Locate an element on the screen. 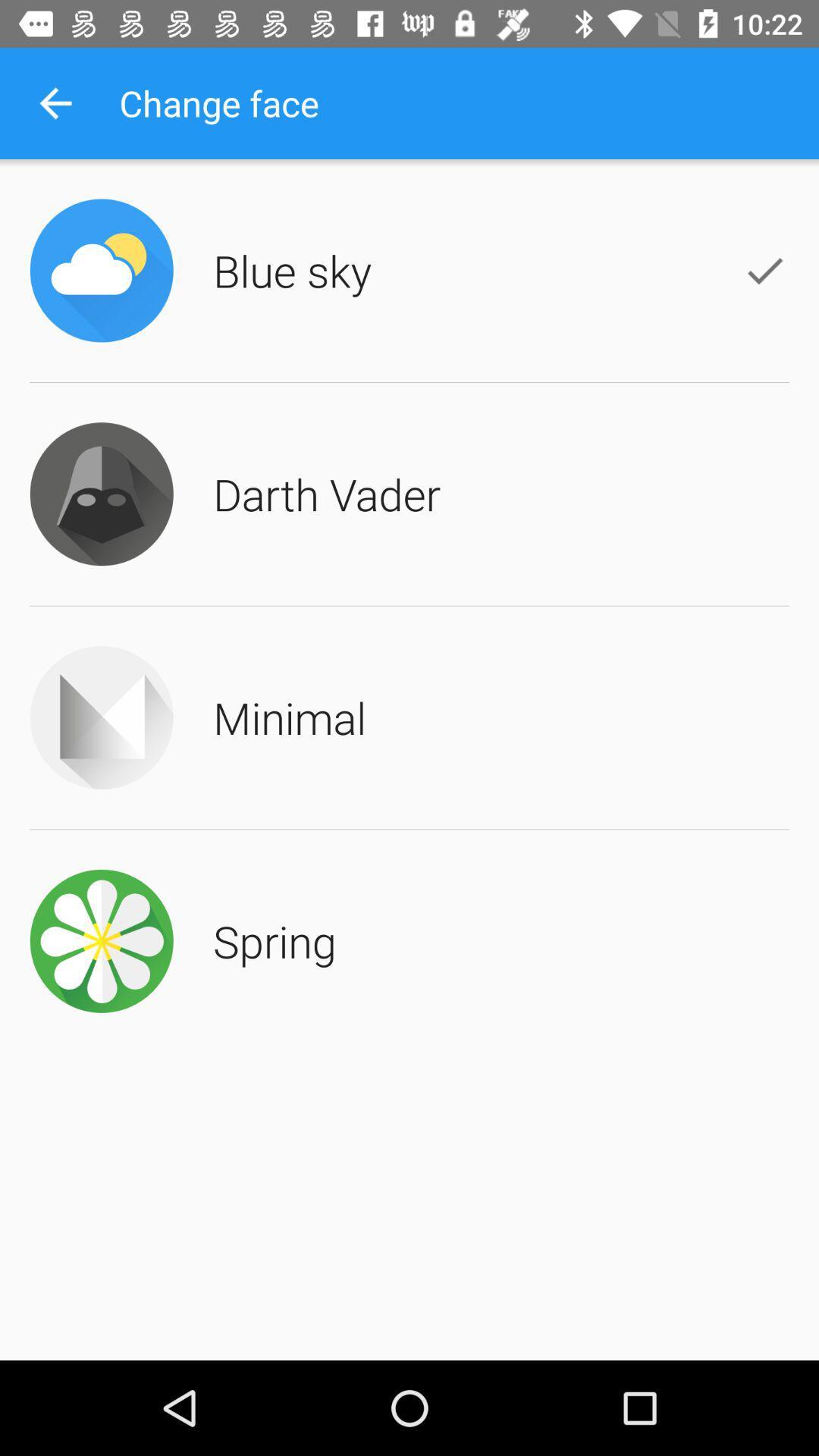  the item below the blue sky is located at coordinates (326, 494).